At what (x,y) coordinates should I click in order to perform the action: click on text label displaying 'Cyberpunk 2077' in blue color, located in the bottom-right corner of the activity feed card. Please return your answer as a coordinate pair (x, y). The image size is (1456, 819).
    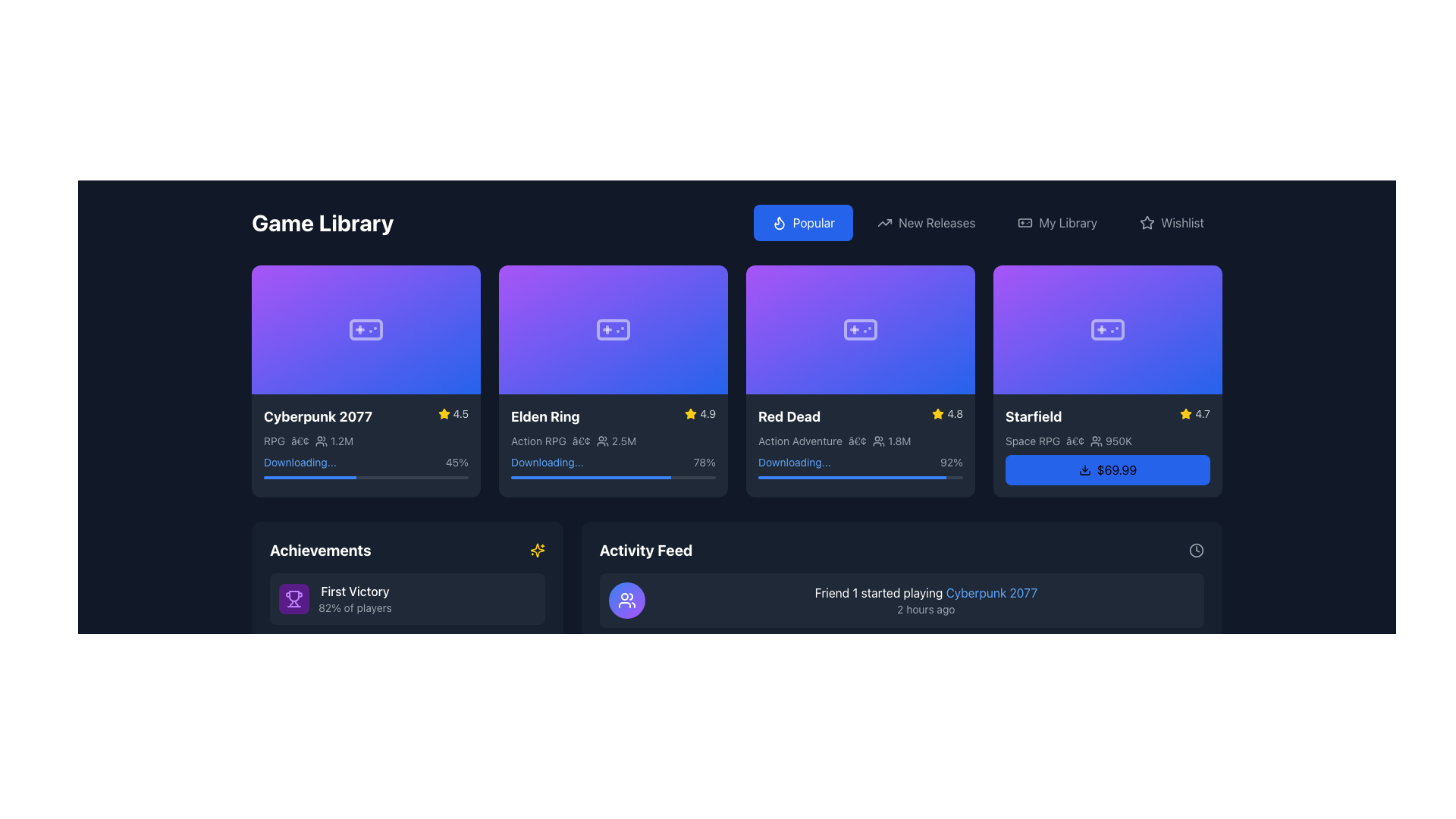
    Looking at the image, I should click on (991, 591).